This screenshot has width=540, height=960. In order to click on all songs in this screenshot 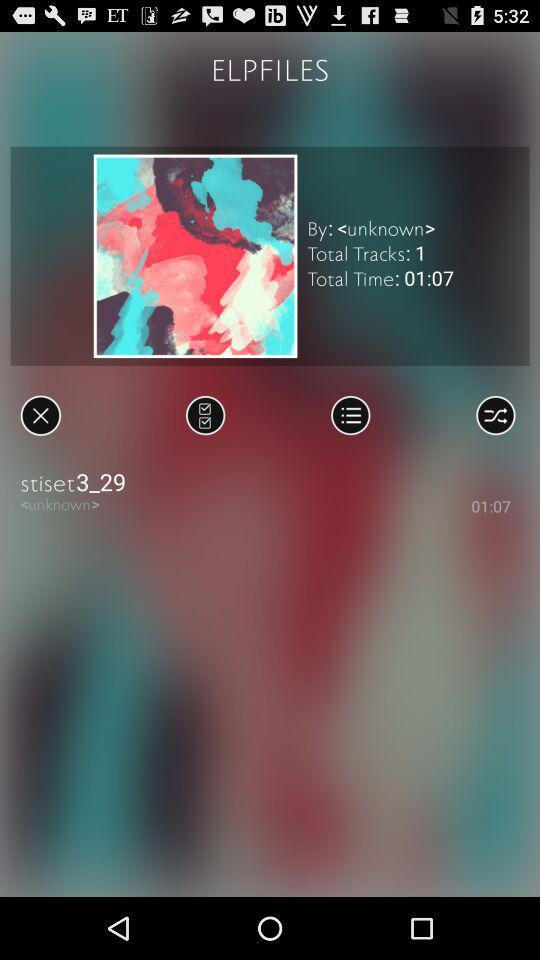, I will do `click(204, 414)`.